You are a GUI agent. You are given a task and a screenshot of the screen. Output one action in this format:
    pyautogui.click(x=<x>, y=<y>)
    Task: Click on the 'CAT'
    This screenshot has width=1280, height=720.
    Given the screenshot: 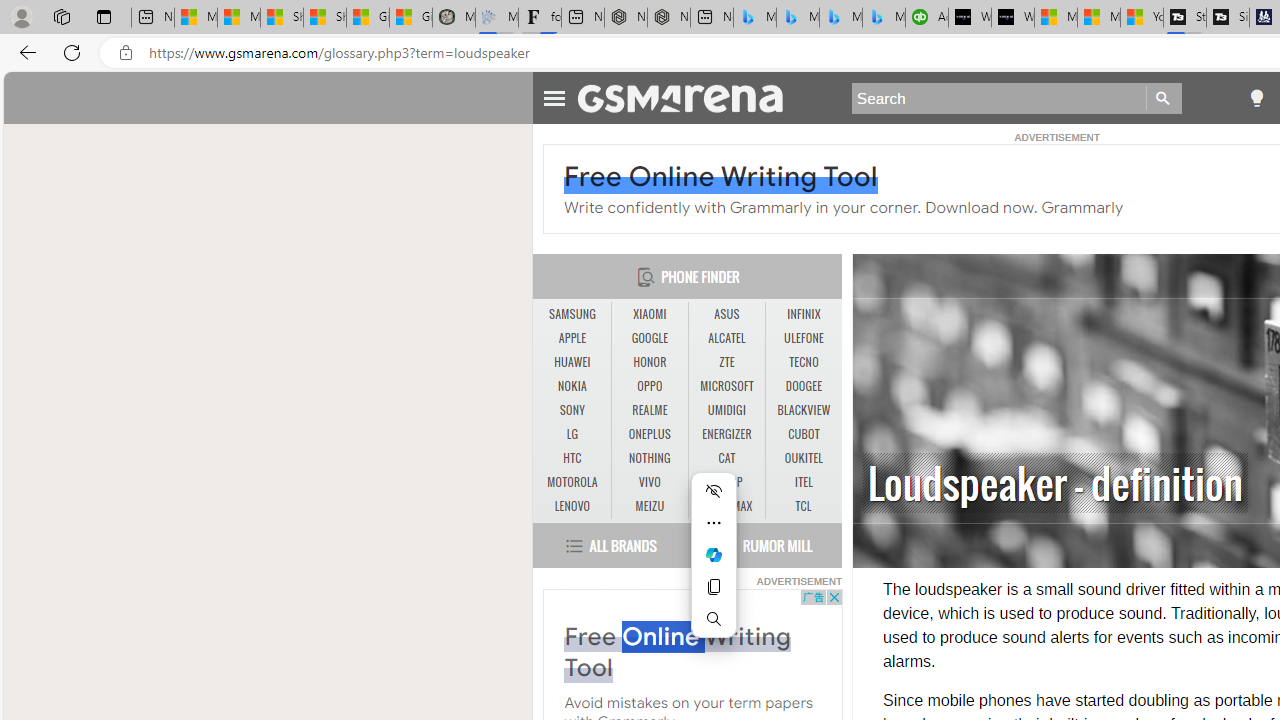 What is the action you would take?
    pyautogui.click(x=726, y=458)
    